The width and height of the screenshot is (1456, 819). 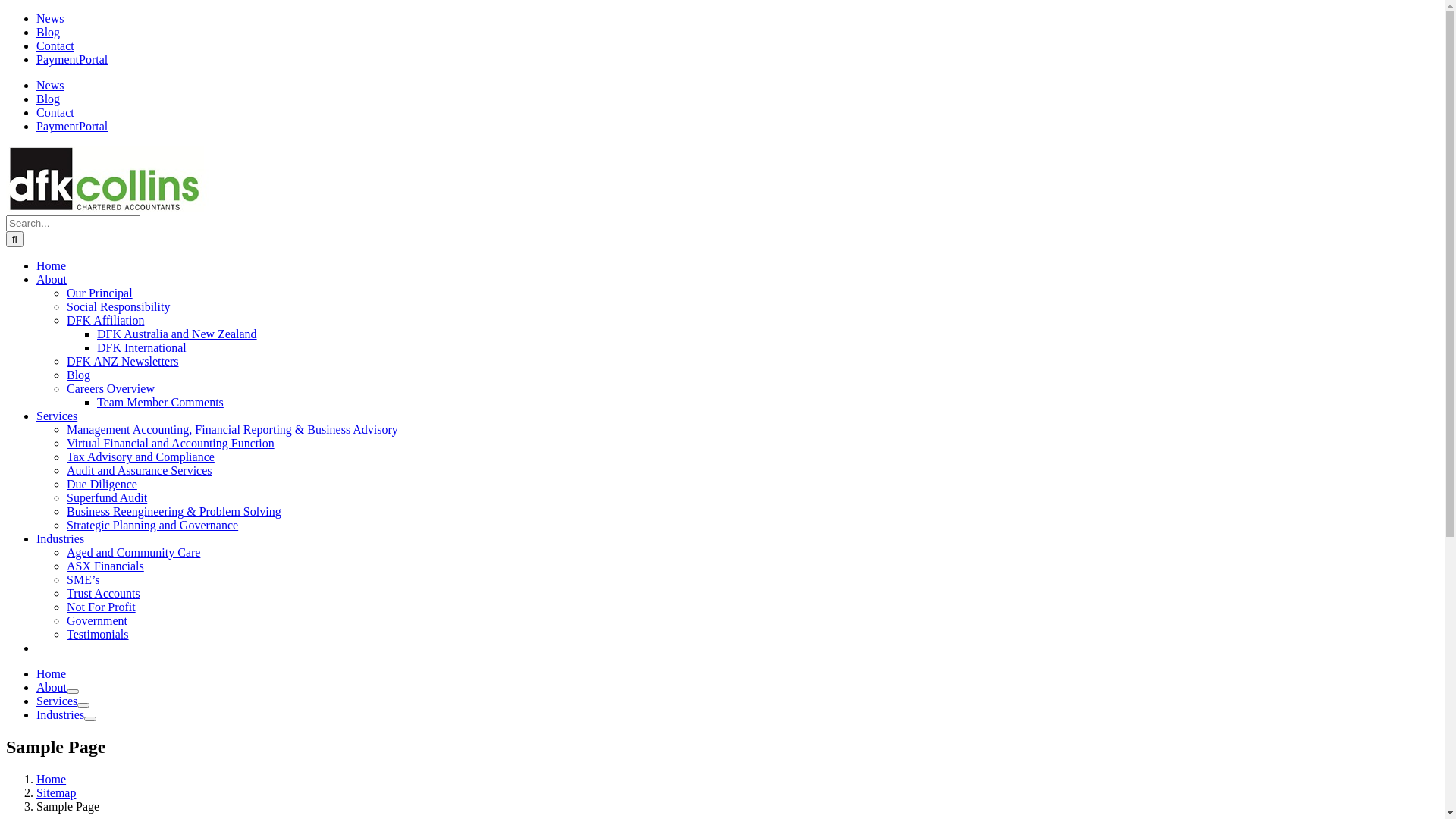 I want to click on 'Government', so click(x=96, y=620).